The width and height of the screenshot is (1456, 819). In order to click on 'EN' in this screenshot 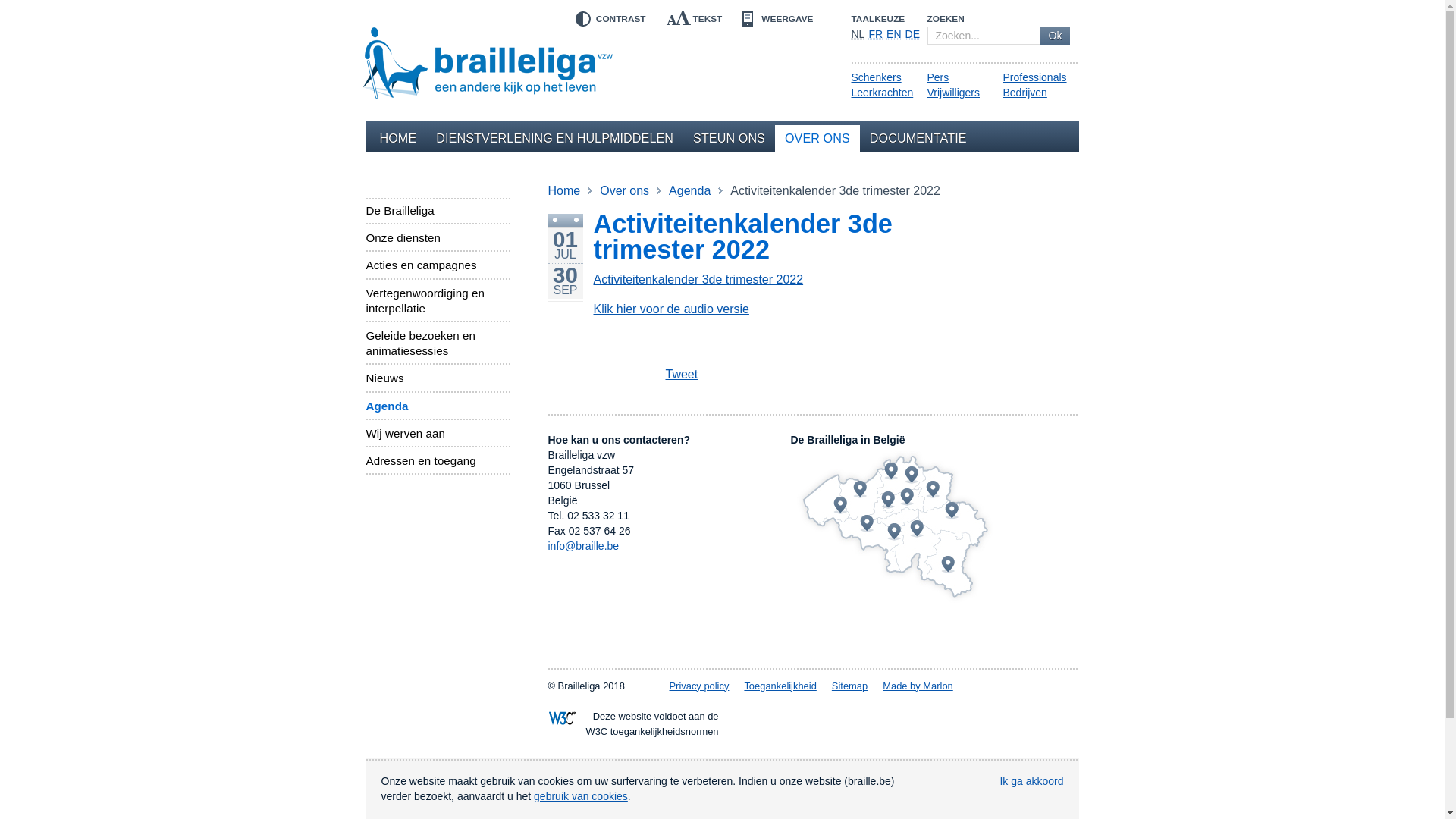, I will do `click(893, 34)`.